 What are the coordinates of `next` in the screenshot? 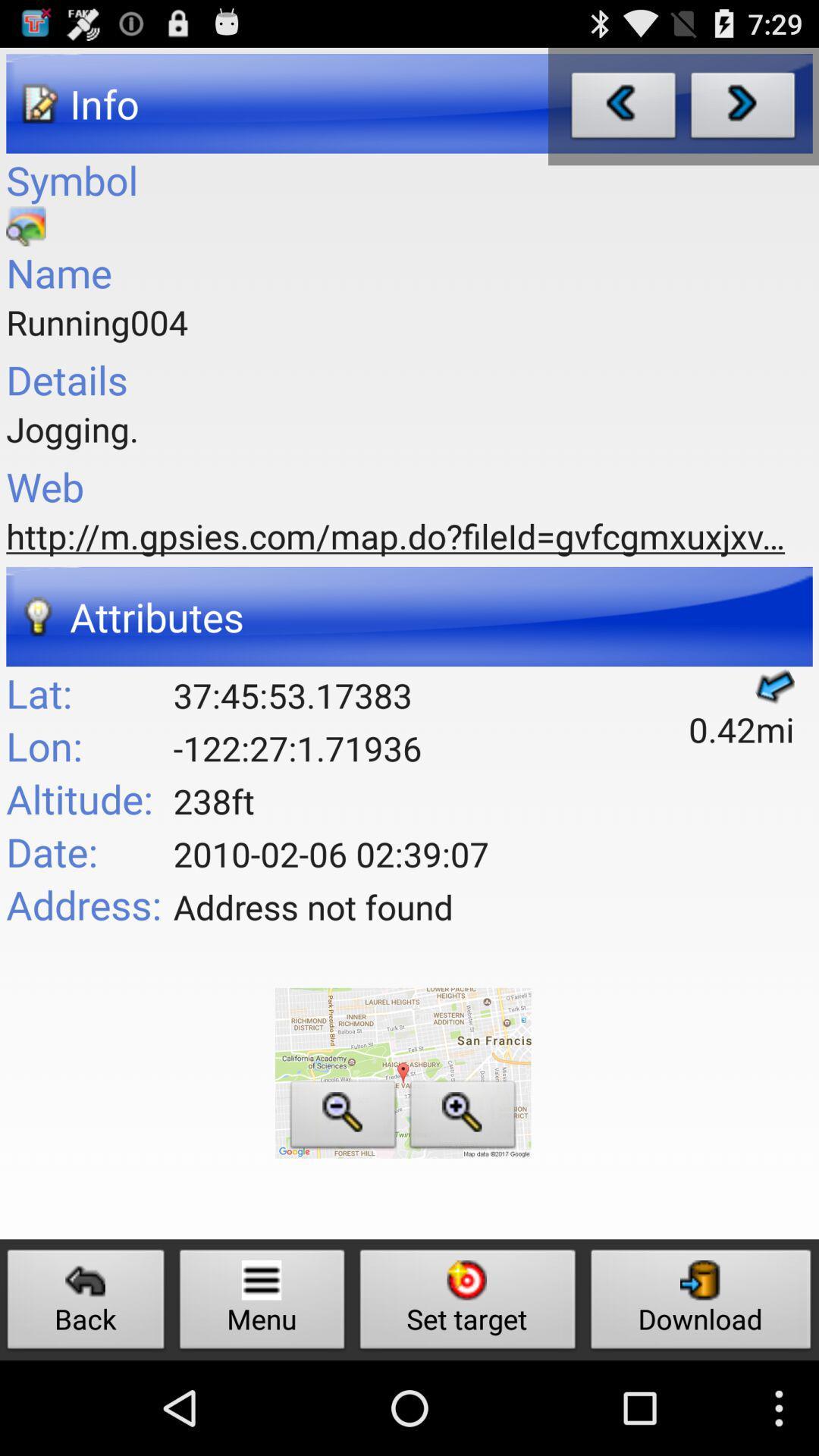 It's located at (742, 108).